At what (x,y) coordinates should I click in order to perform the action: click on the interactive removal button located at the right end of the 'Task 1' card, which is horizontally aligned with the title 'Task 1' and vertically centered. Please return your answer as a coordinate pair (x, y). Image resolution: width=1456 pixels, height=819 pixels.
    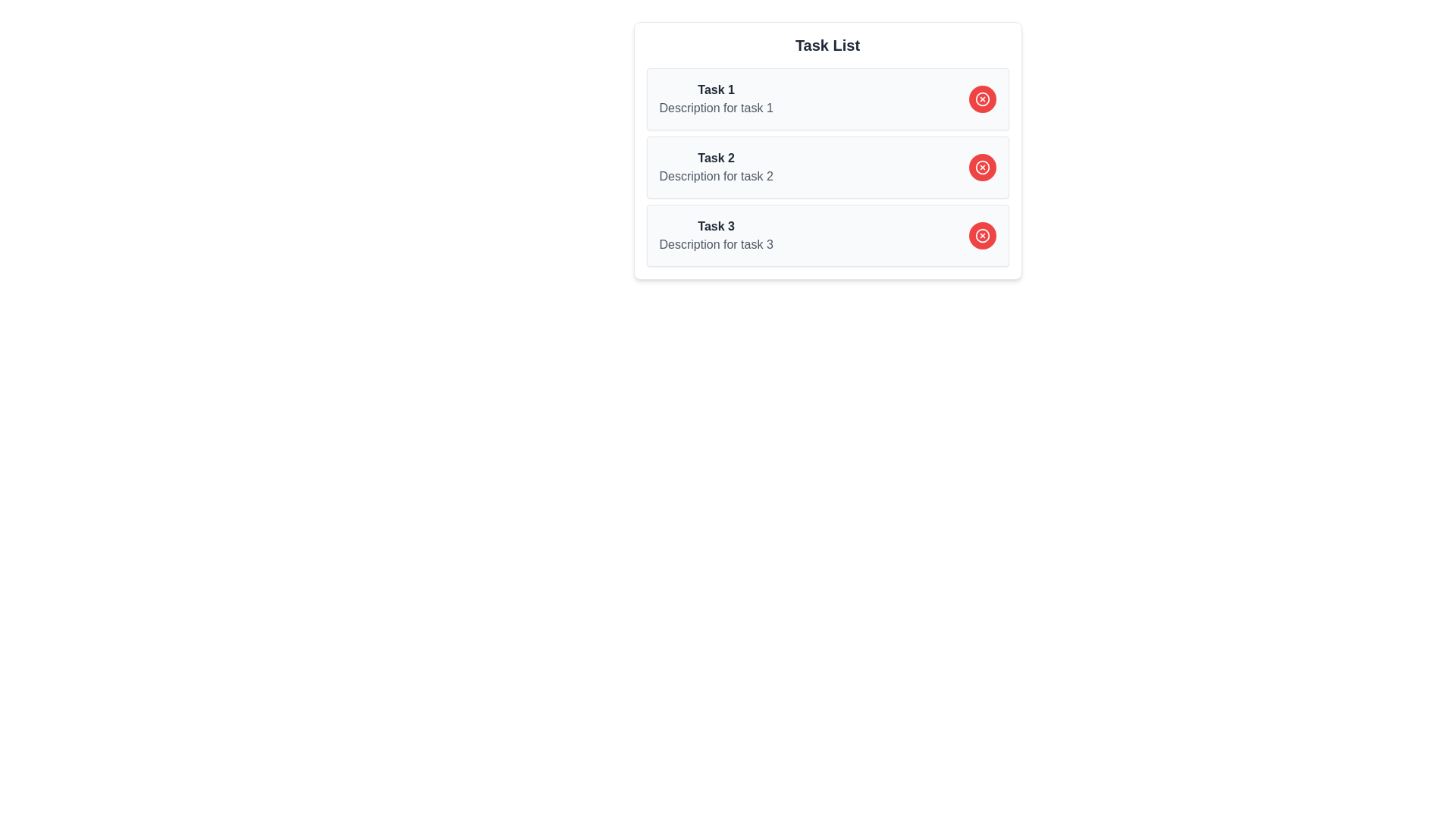
    Looking at the image, I should click on (982, 99).